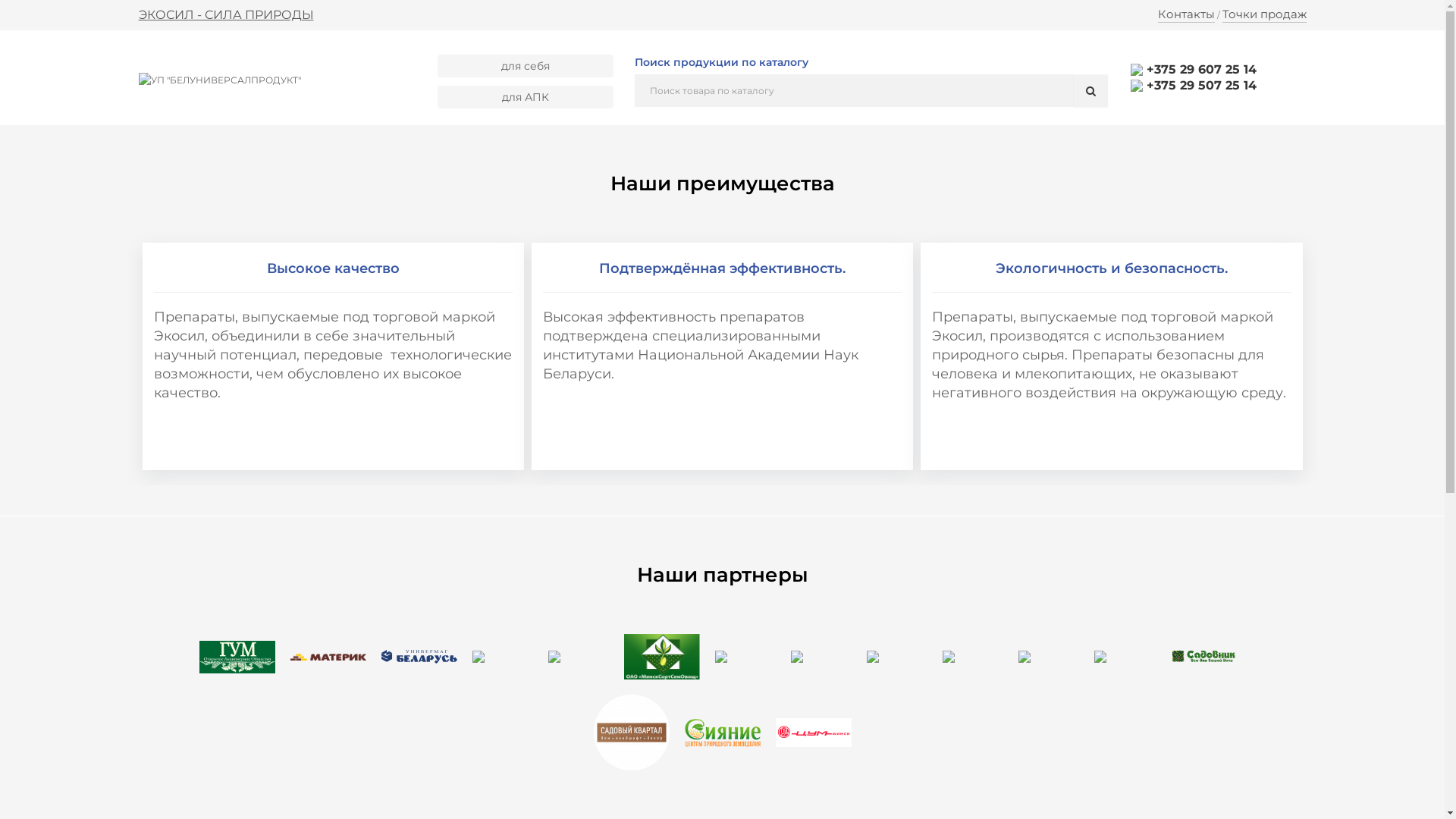  Describe the element at coordinates (1193, 84) in the screenshot. I see `'+375 29 507 25 14'` at that location.